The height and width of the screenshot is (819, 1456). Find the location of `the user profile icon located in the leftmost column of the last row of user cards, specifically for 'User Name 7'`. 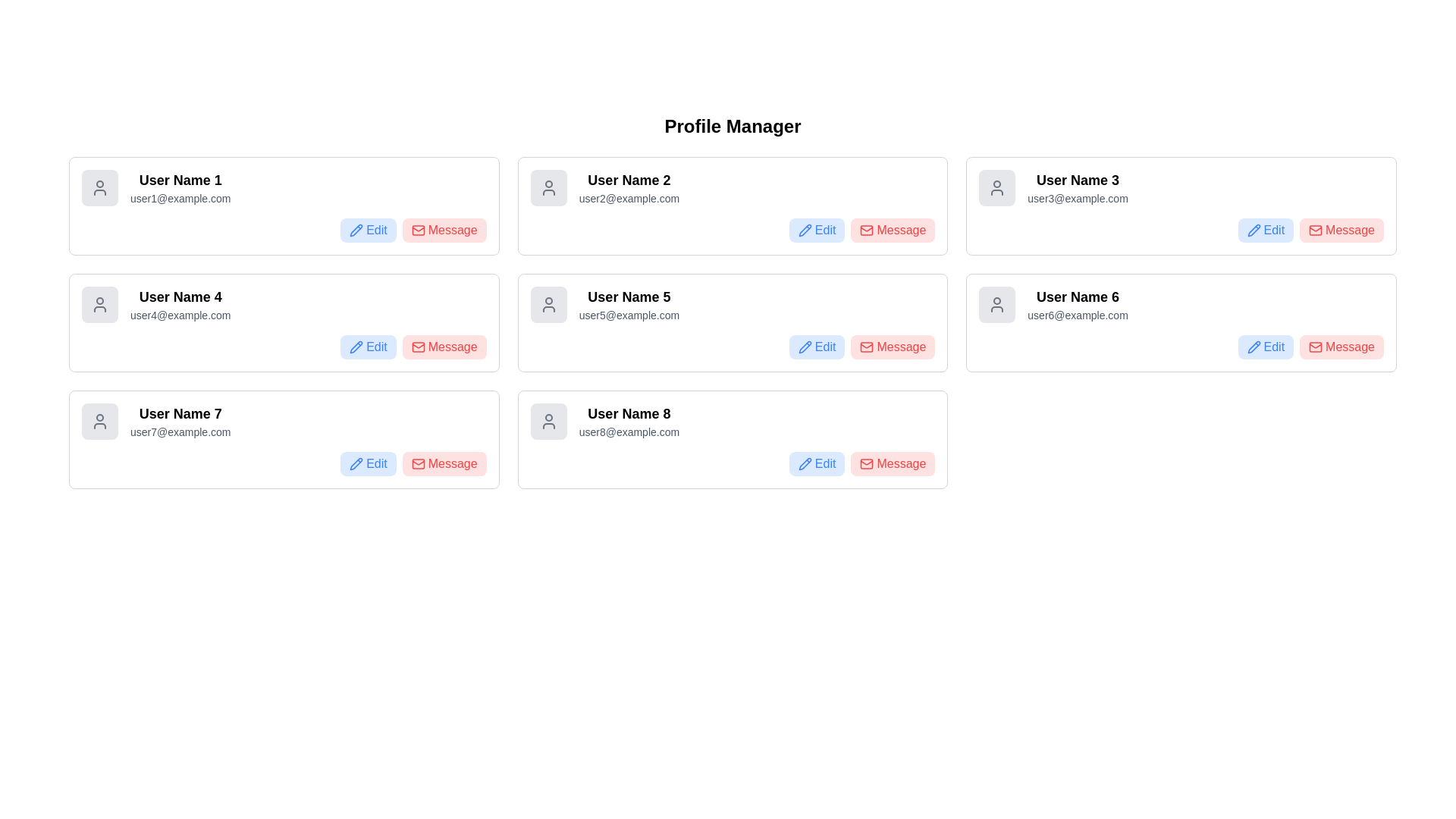

the user profile icon located in the leftmost column of the last row of user cards, specifically for 'User Name 7' is located at coordinates (99, 421).